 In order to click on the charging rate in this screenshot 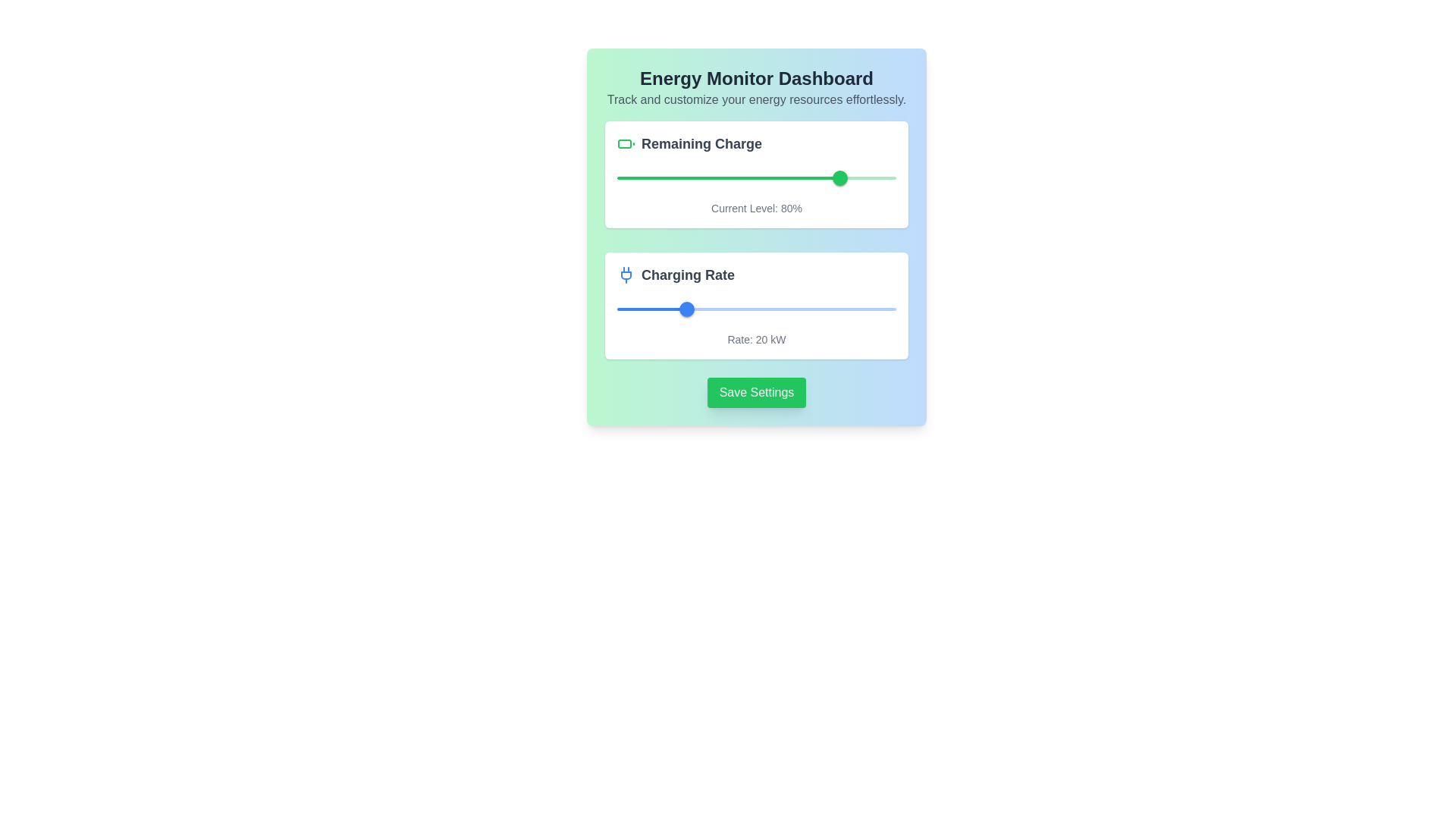, I will do `click(749, 309)`.